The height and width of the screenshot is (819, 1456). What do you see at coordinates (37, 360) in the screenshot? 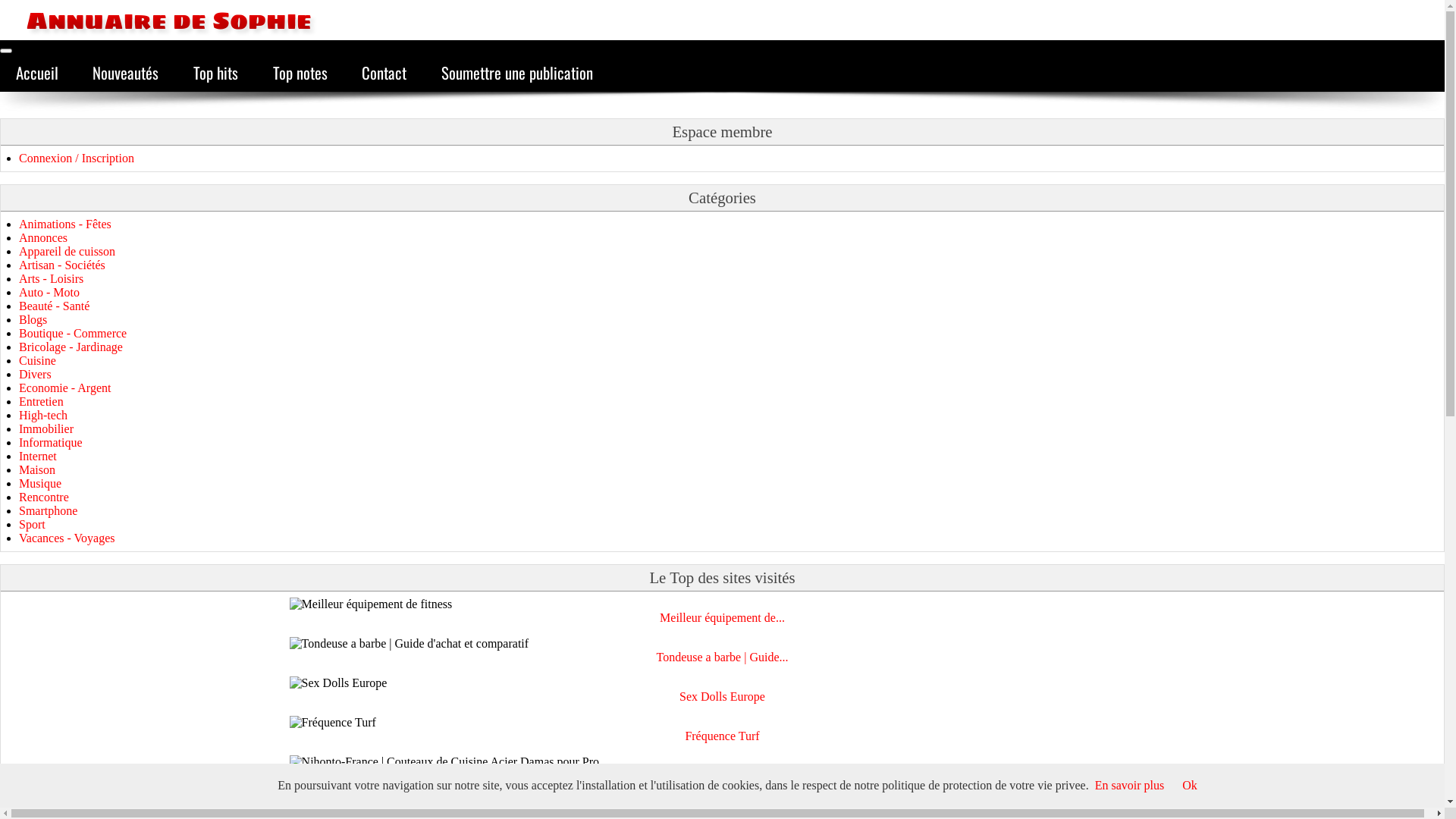
I see `'Cuisine'` at bounding box center [37, 360].